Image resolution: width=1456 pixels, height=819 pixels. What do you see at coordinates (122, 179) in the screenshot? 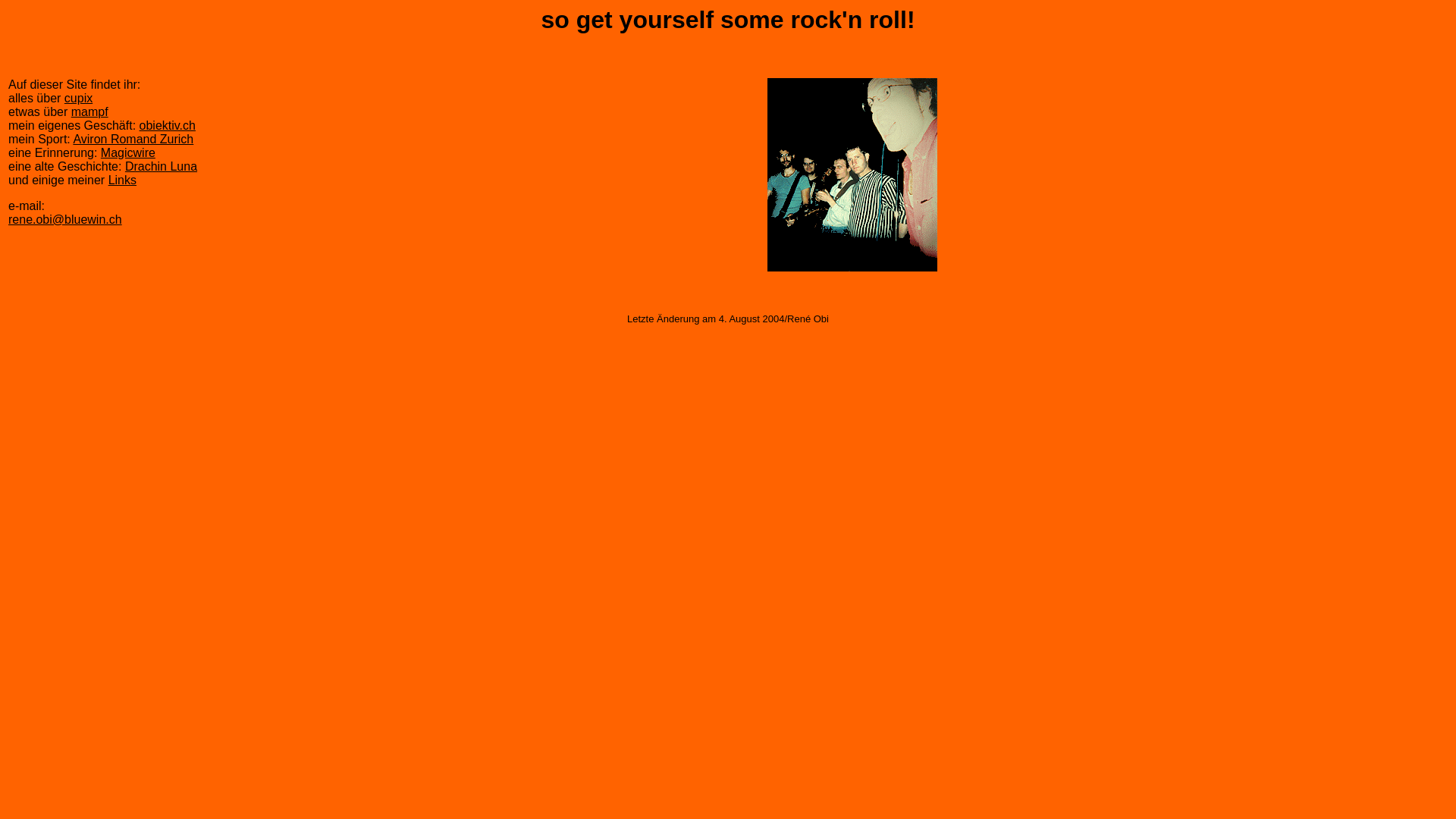
I see `'Links'` at bounding box center [122, 179].